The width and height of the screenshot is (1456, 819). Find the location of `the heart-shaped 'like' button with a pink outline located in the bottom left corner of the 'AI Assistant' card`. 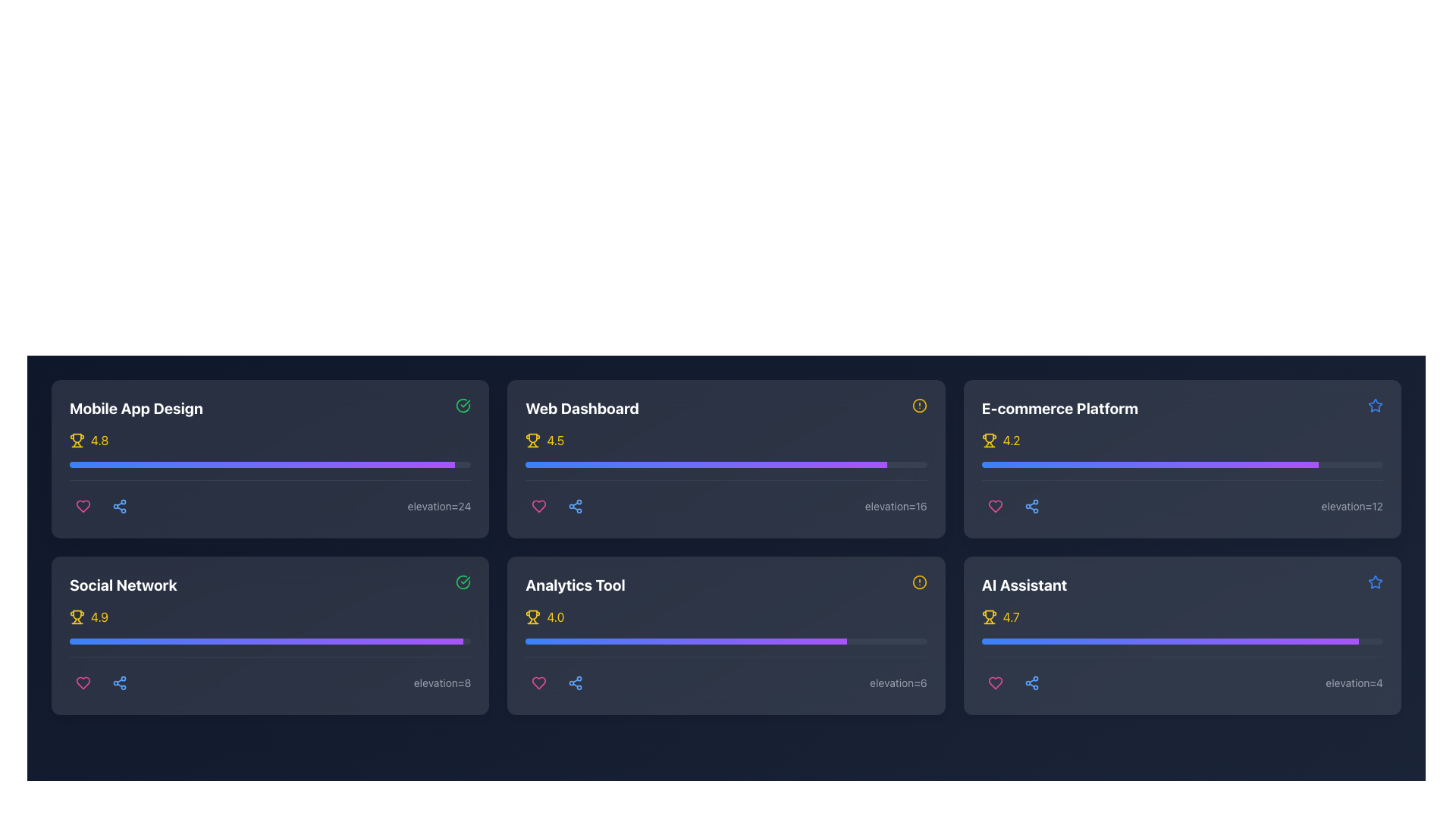

the heart-shaped 'like' button with a pink outline located in the bottom left corner of the 'AI Assistant' card is located at coordinates (995, 683).